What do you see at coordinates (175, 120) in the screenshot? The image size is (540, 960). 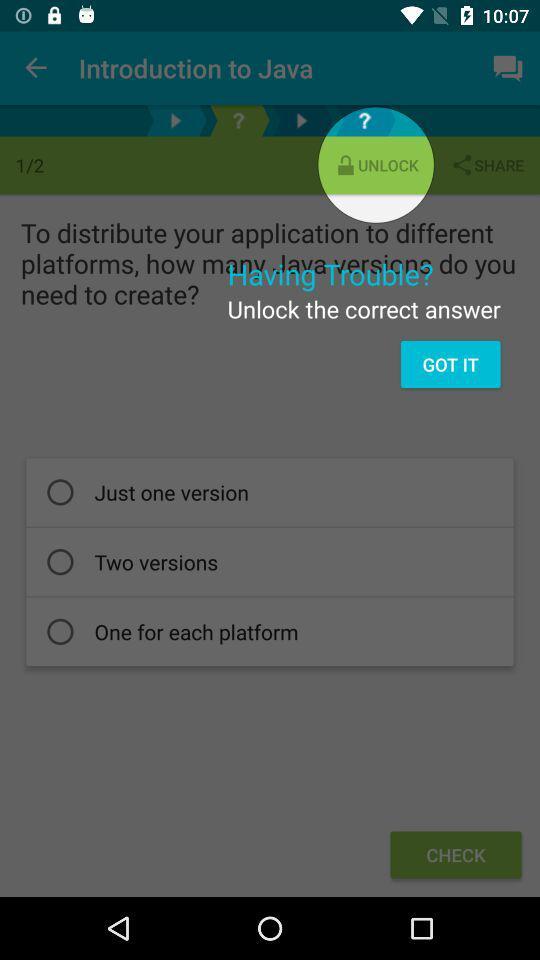 I see `start the previous lesson` at bounding box center [175, 120].